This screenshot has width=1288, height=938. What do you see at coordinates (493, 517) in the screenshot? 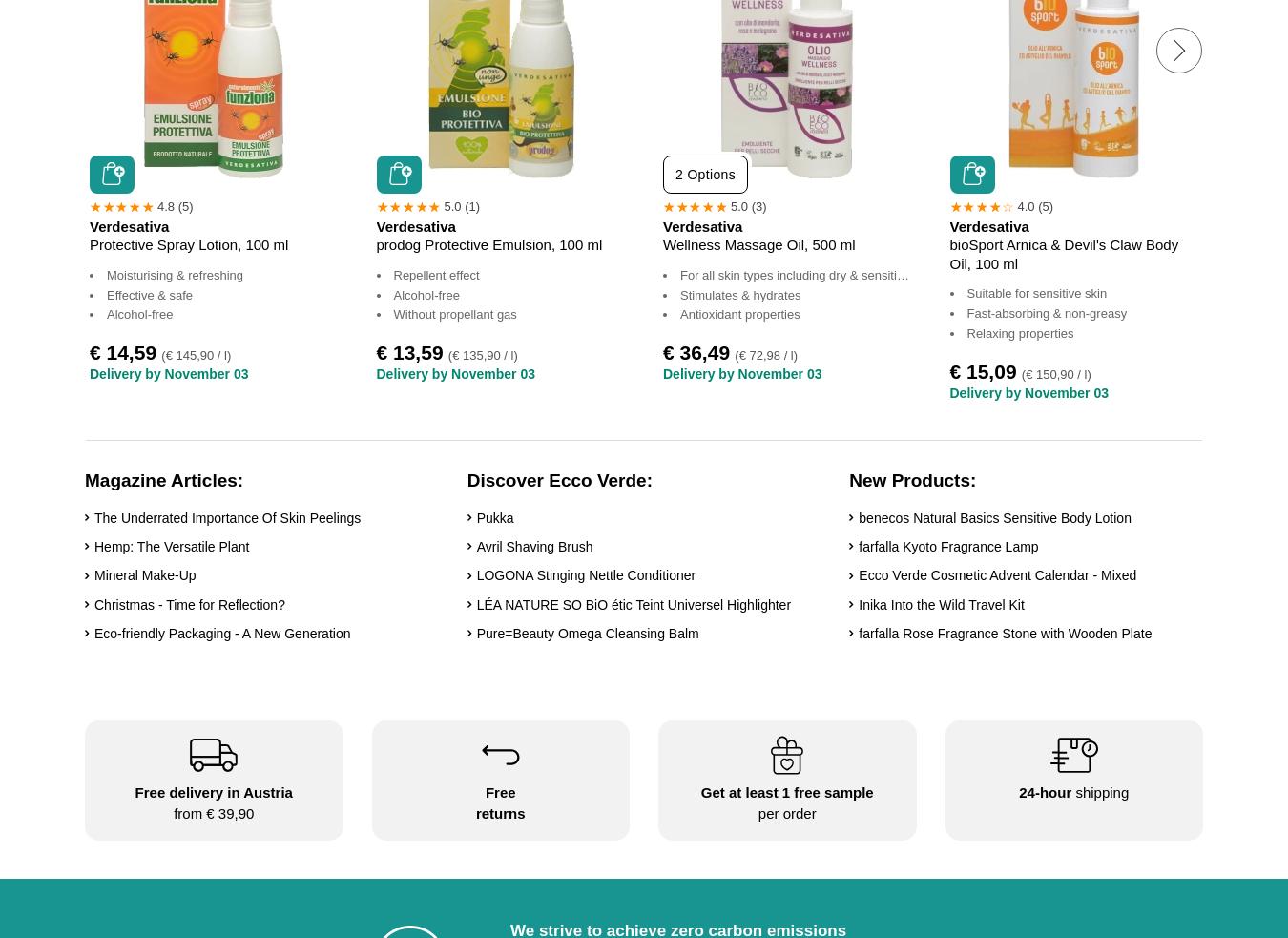
I see `'Pukka'` at bounding box center [493, 517].